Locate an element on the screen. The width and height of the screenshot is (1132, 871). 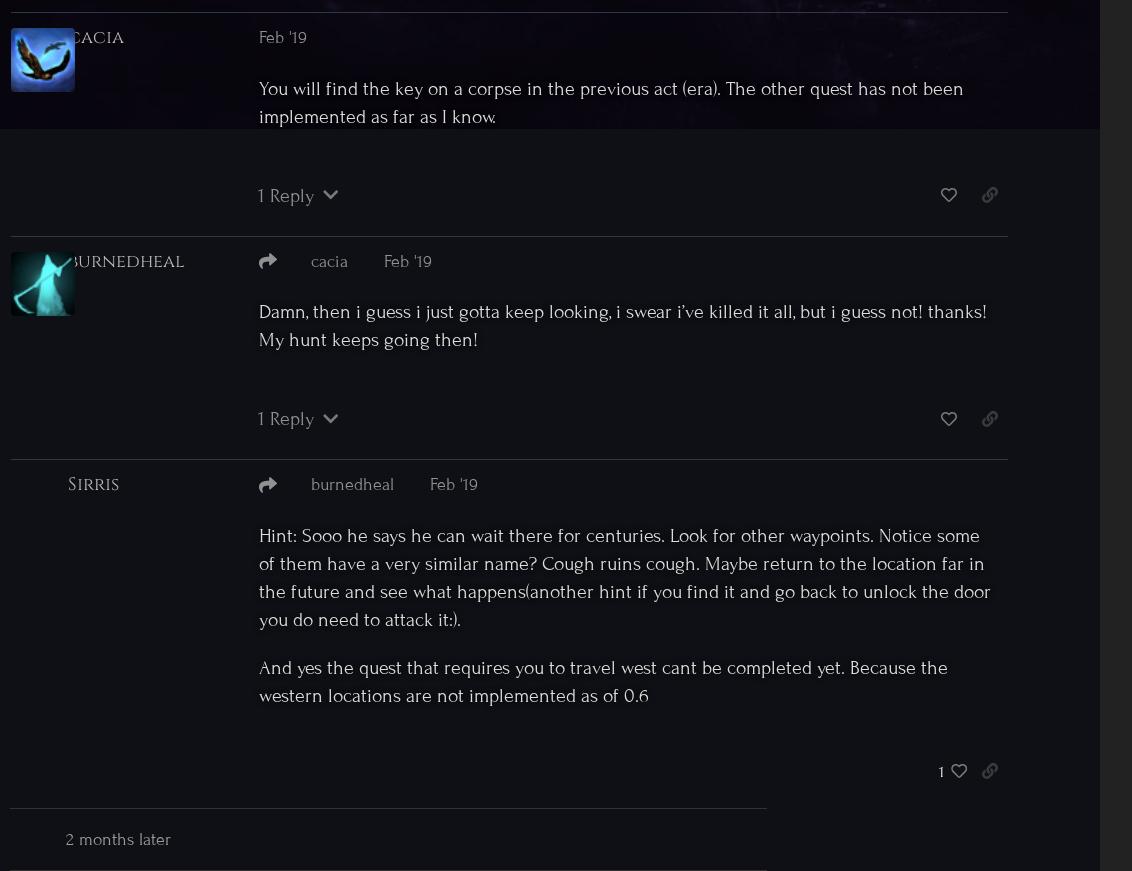
'You will find the key on a corpse in the previous act (era). The other quest has not been implemented as far as I know.' is located at coordinates (610, 100).